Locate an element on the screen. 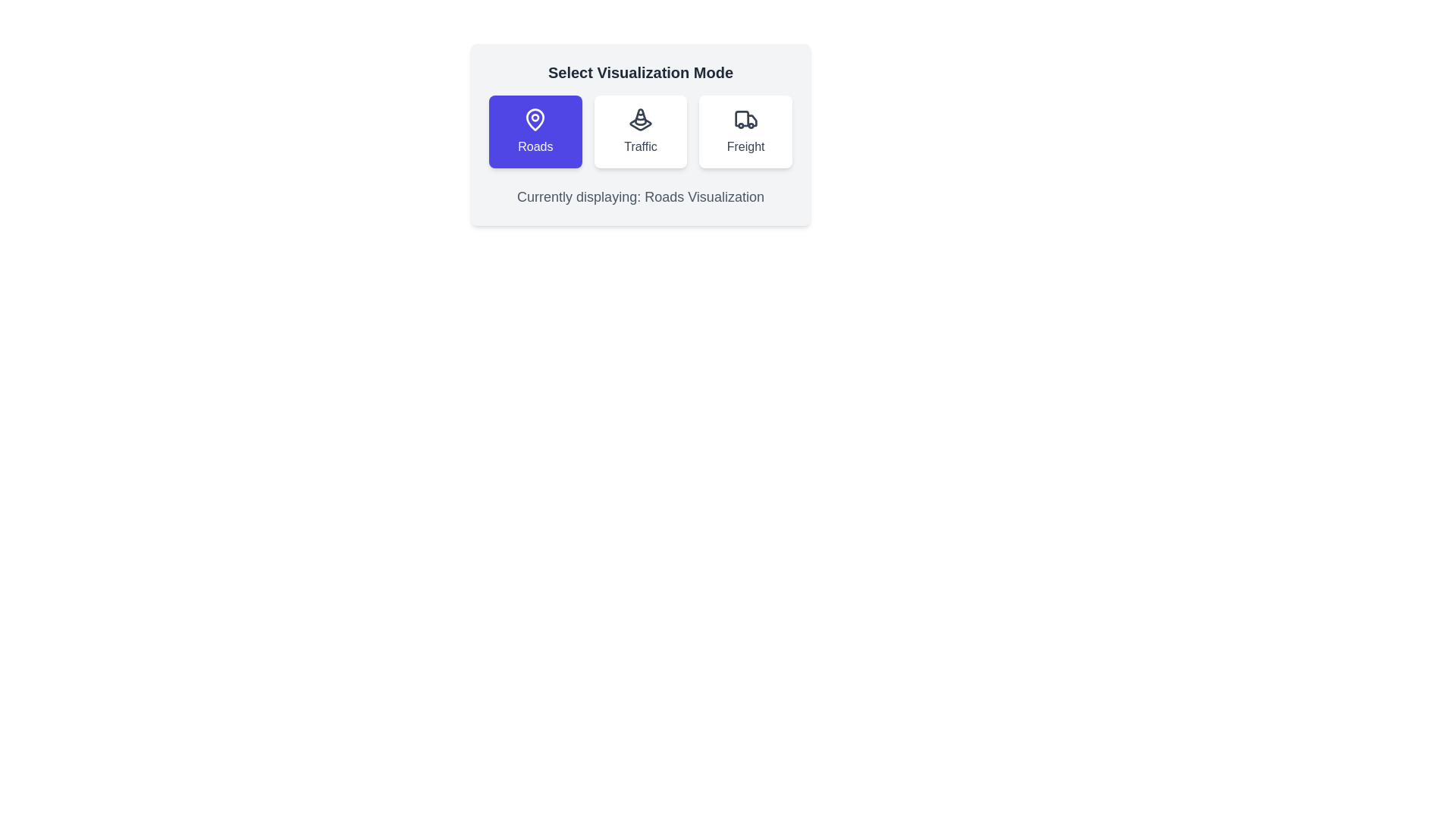  the button labeled Roads to observe the hover effect is located at coordinates (535, 130).